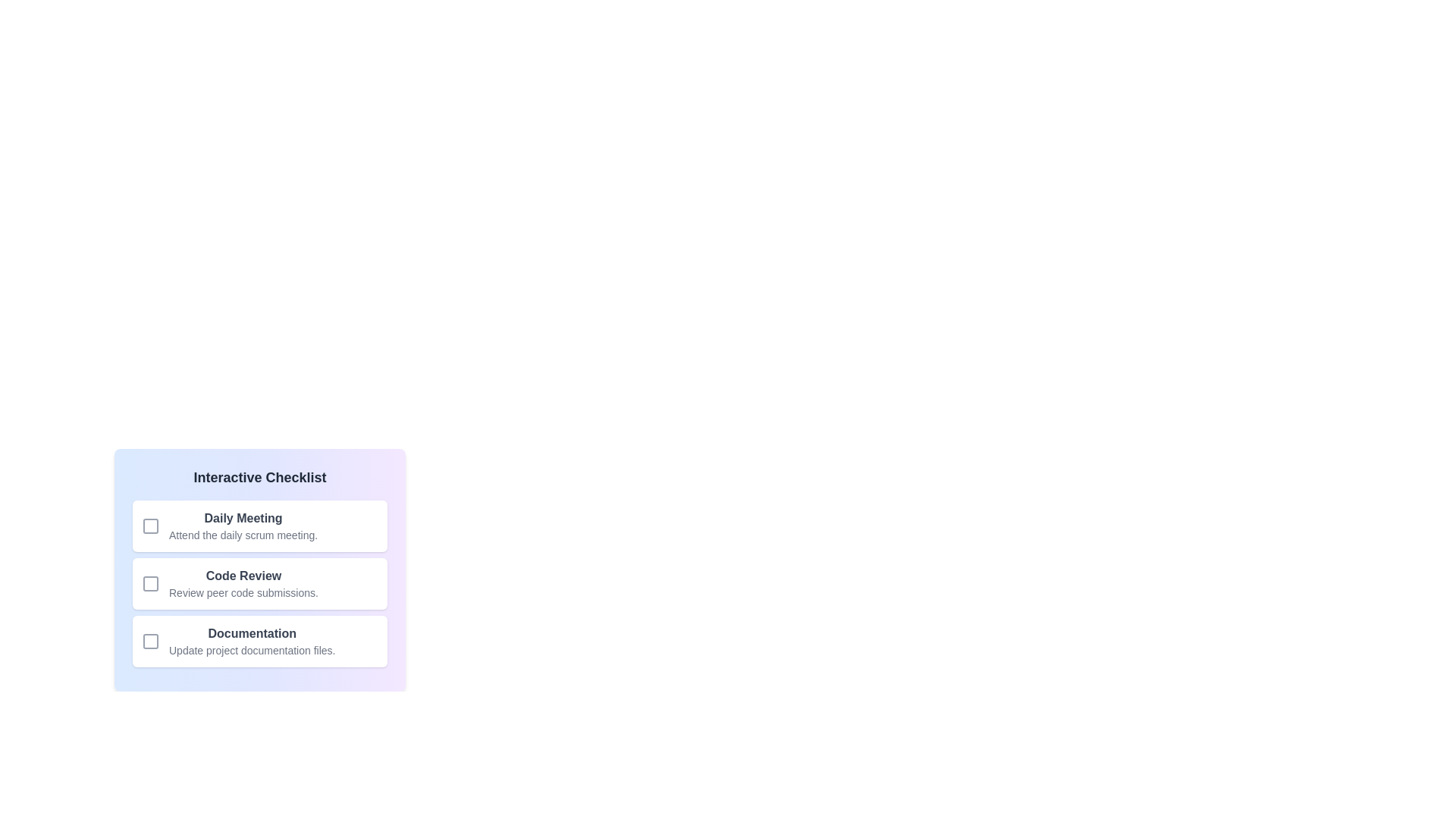 This screenshot has width=1456, height=819. What do you see at coordinates (252, 649) in the screenshot?
I see `detailed description provided by the Text label located underneath the bold title 'Documentation' in the checklist` at bounding box center [252, 649].